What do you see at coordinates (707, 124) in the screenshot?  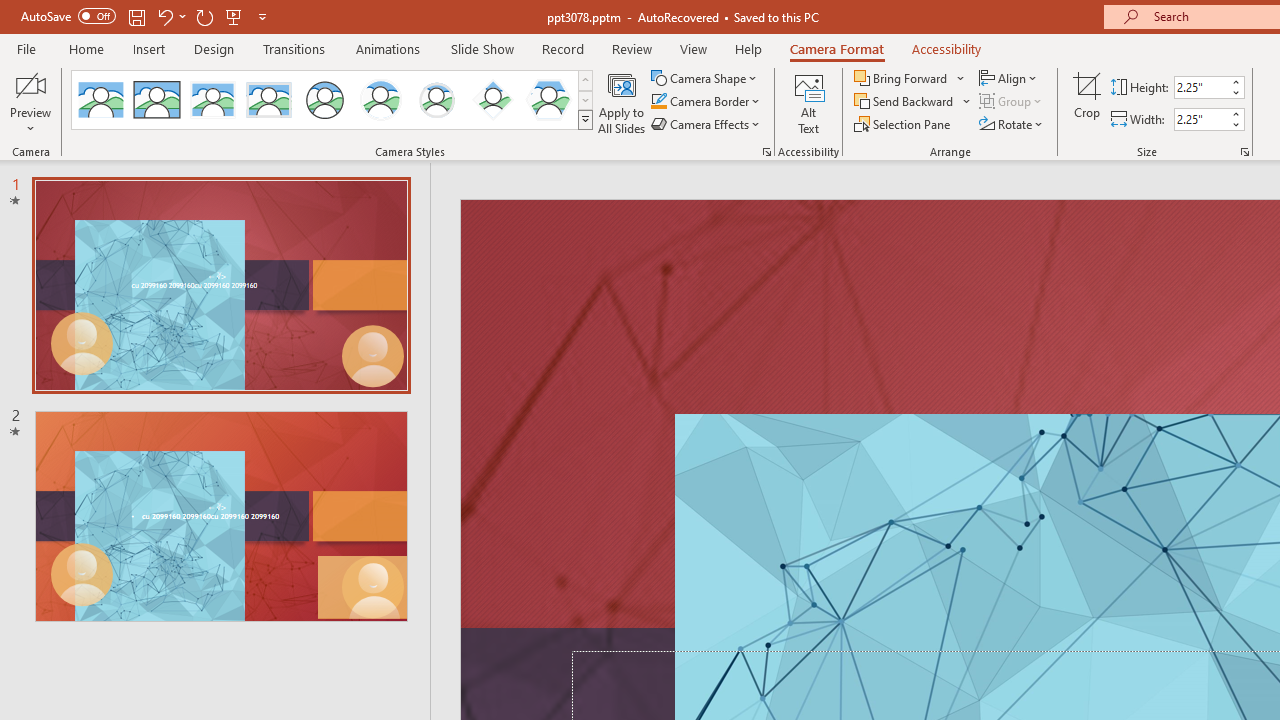 I see `'Camera Effects'` at bounding box center [707, 124].